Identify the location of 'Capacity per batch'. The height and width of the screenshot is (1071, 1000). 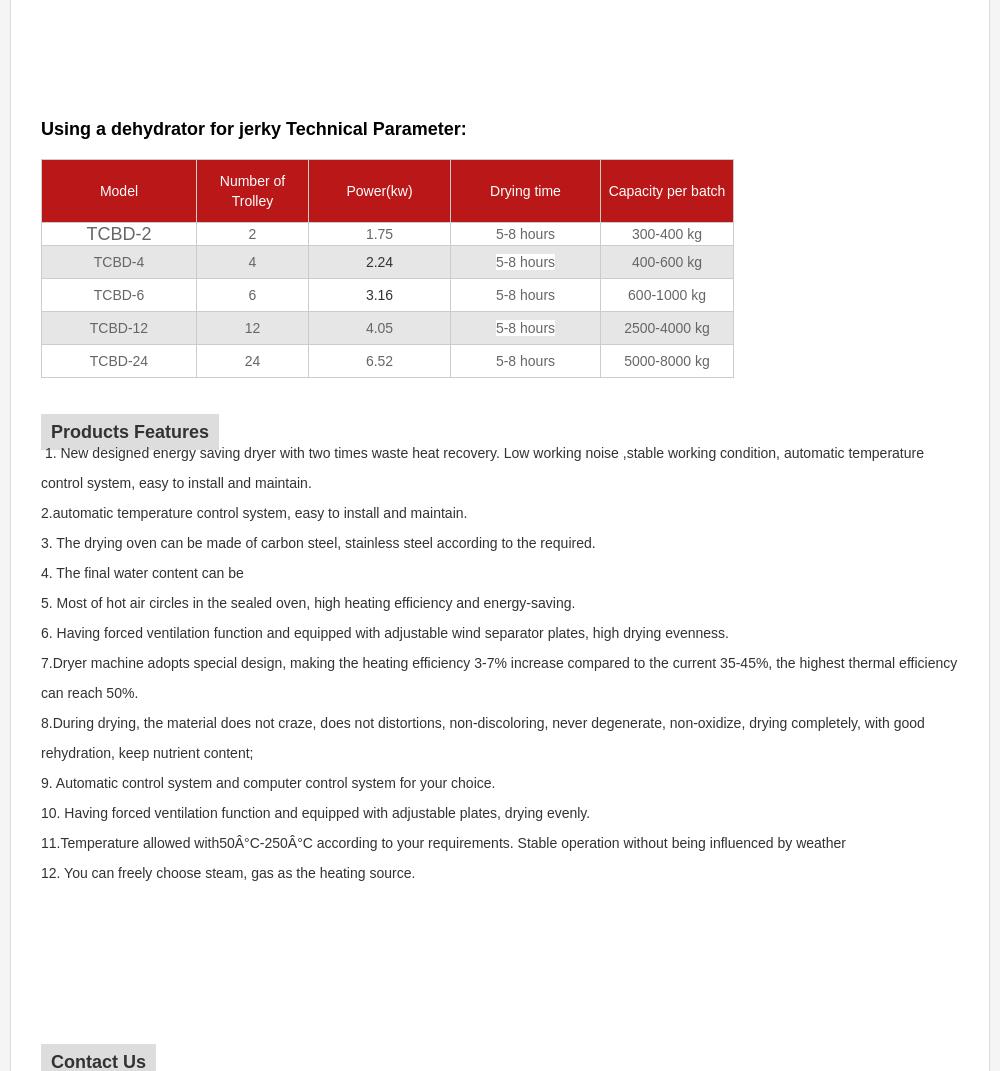
(666, 189).